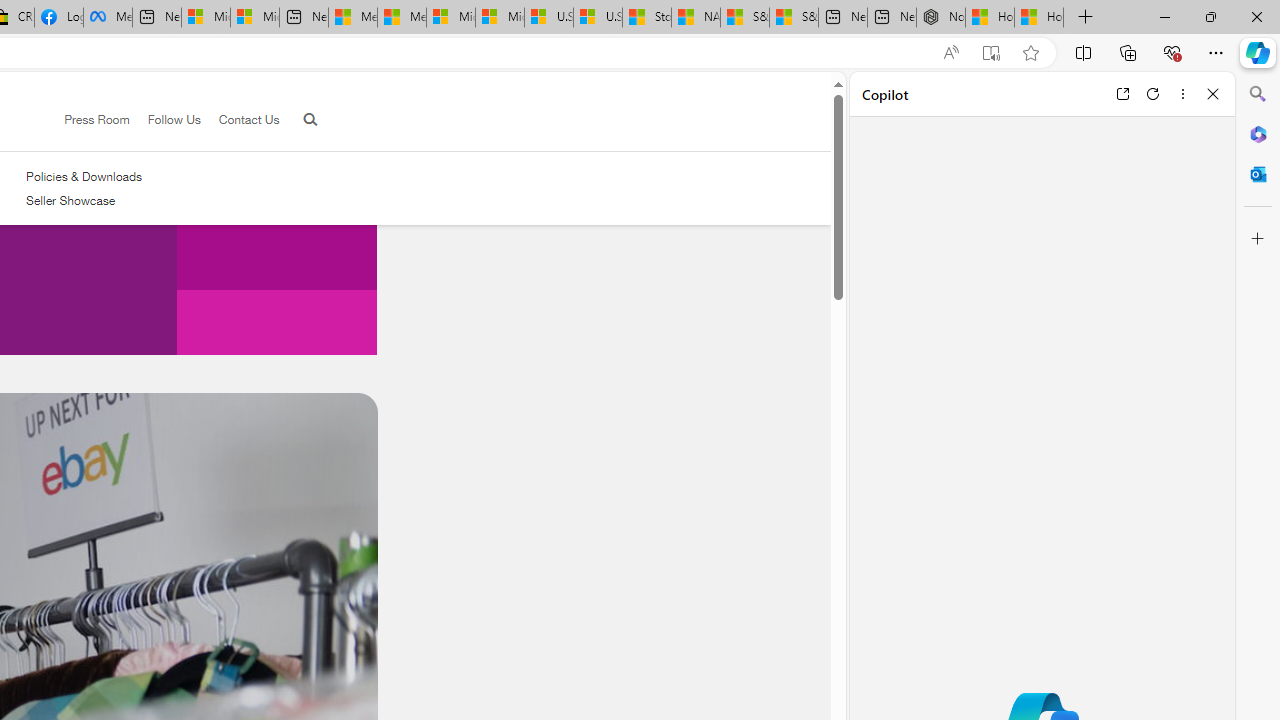 The image size is (1280, 720). Describe the element at coordinates (71, 200) in the screenshot. I see `'Seller Showcase'` at that location.